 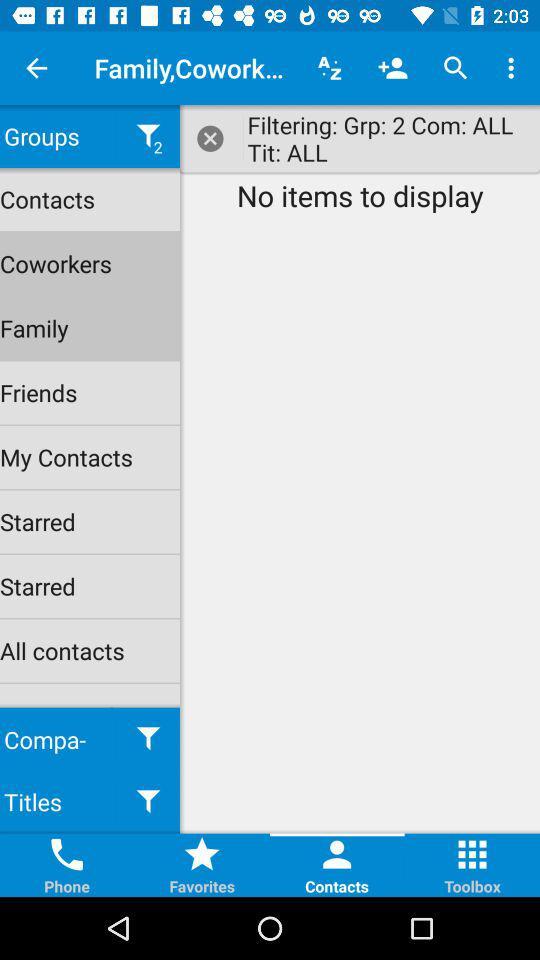 I want to click on the area, so click(x=210, y=137).